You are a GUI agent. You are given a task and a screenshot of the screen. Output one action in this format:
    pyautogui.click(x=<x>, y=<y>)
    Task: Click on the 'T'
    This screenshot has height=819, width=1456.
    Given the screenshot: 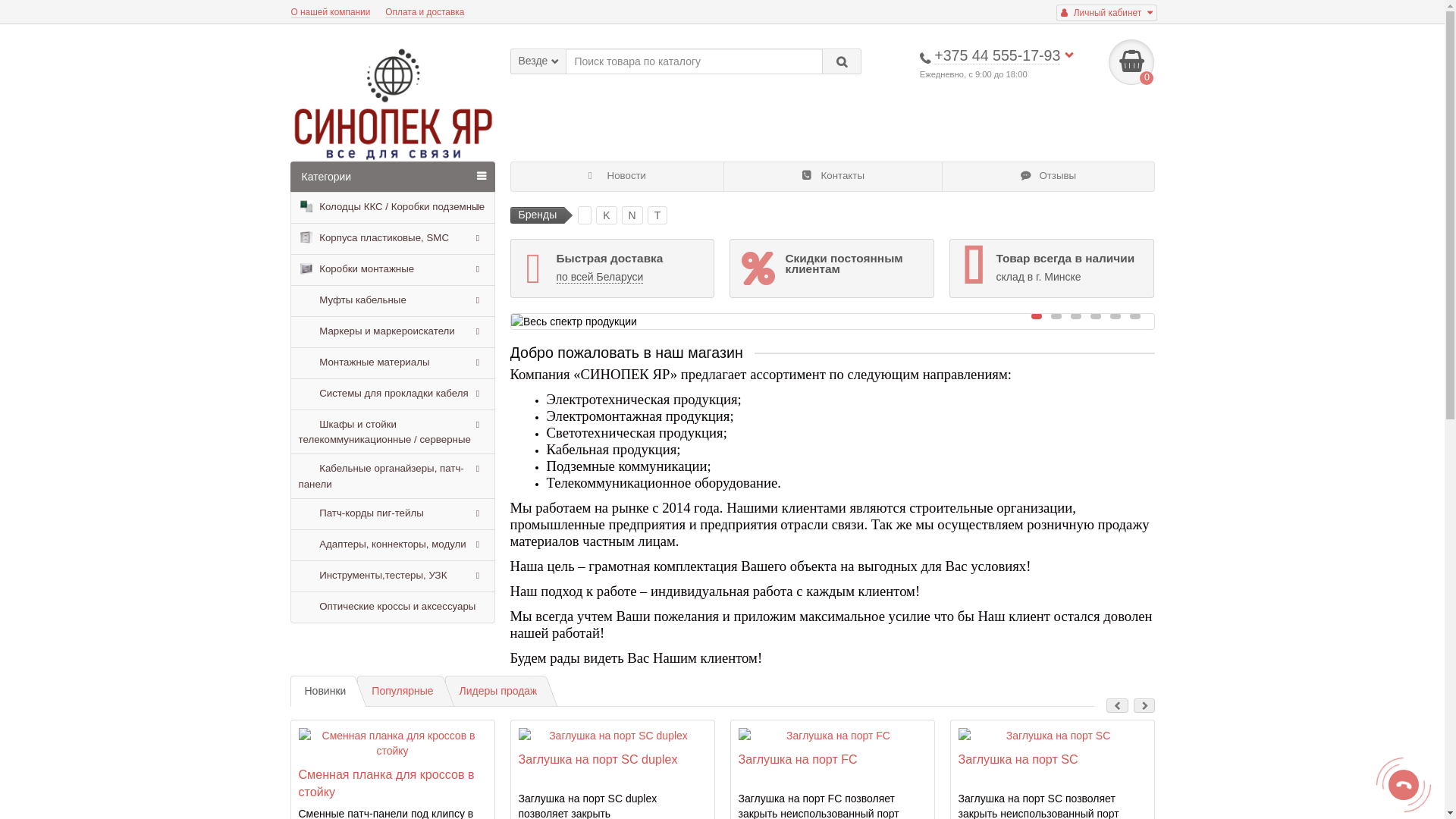 What is the action you would take?
    pyautogui.click(x=648, y=215)
    